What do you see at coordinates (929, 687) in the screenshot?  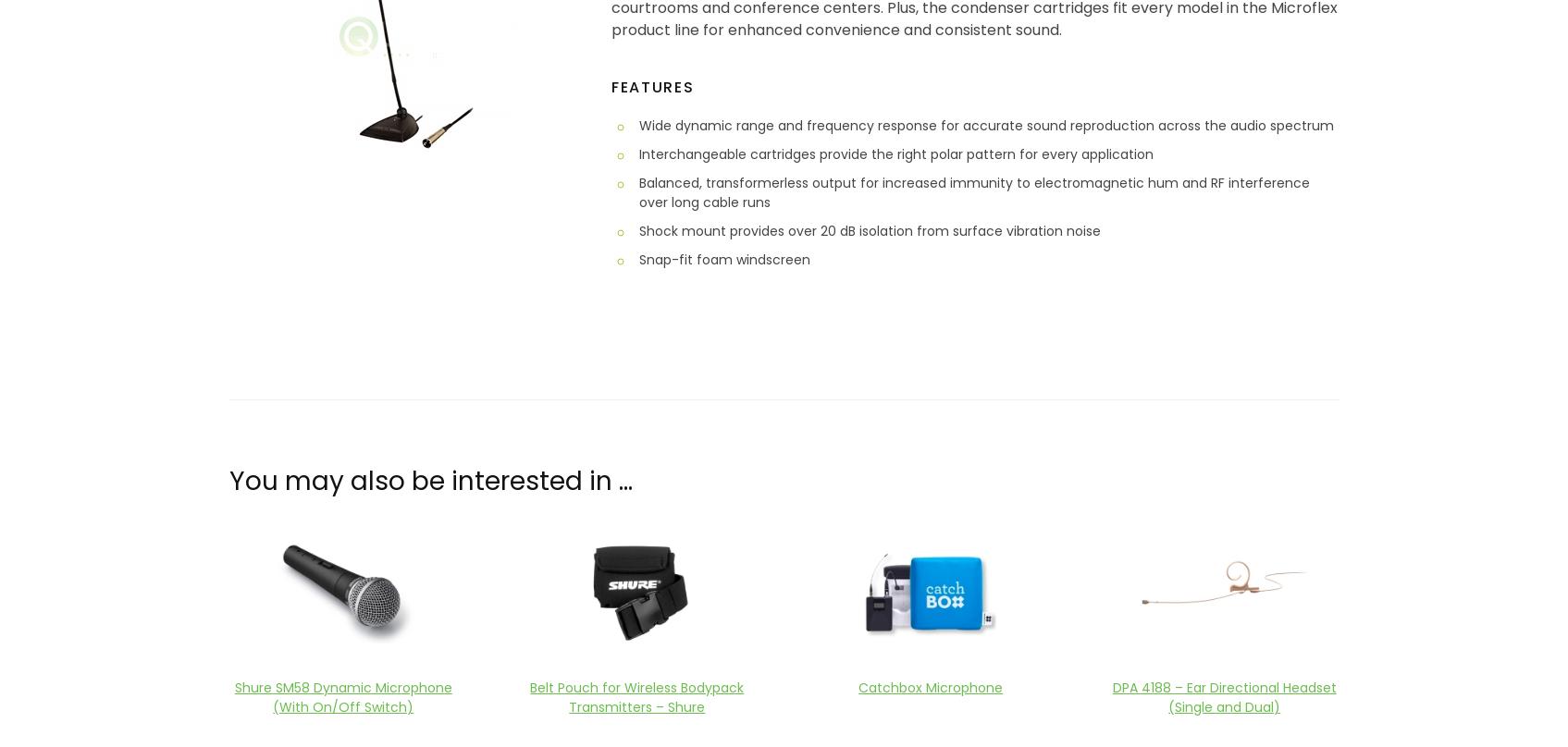 I see `'Catchbox Microphone'` at bounding box center [929, 687].